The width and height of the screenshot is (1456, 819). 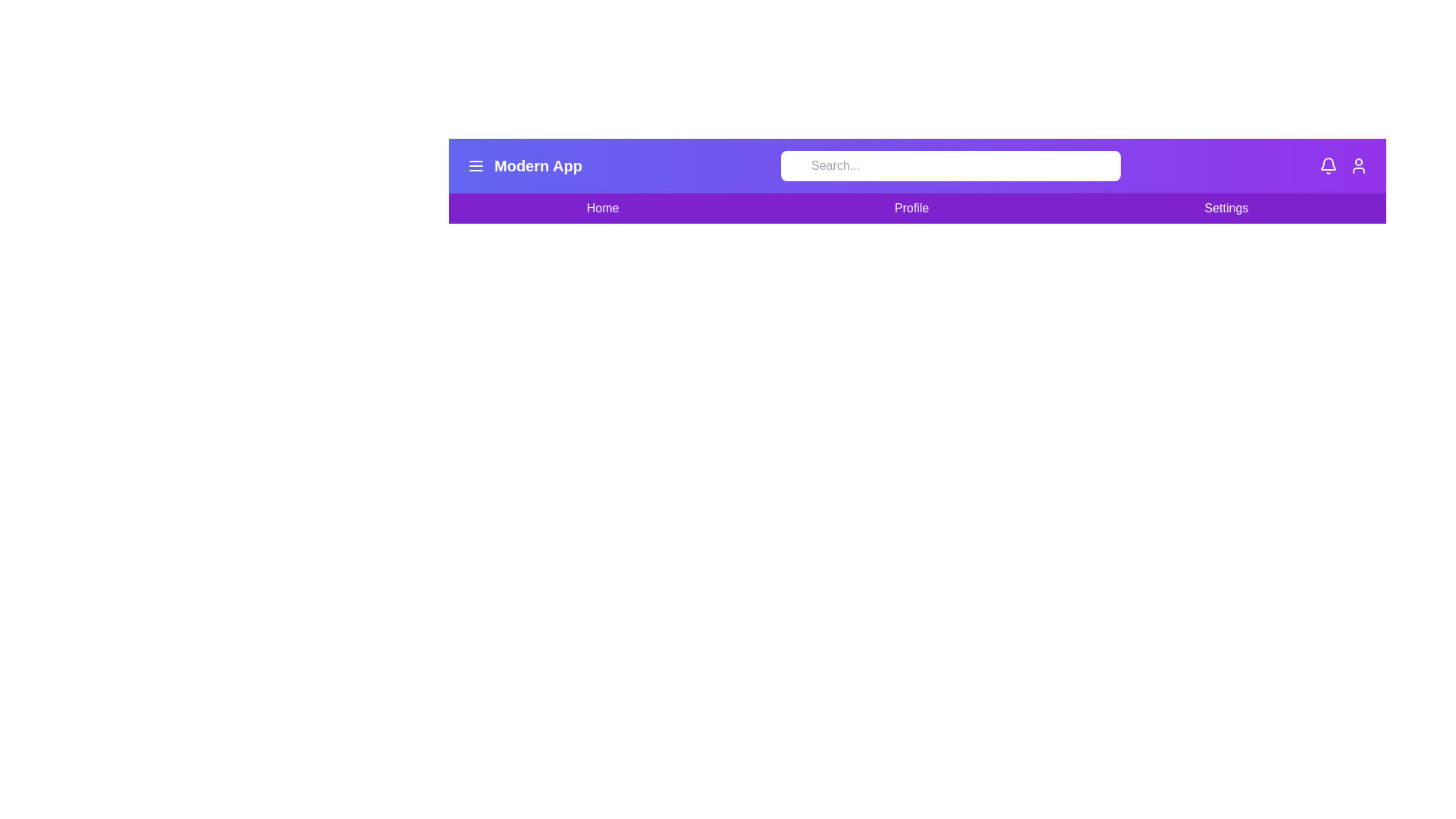 I want to click on the bell icon in the app bar, so click(x=1328, y=166).